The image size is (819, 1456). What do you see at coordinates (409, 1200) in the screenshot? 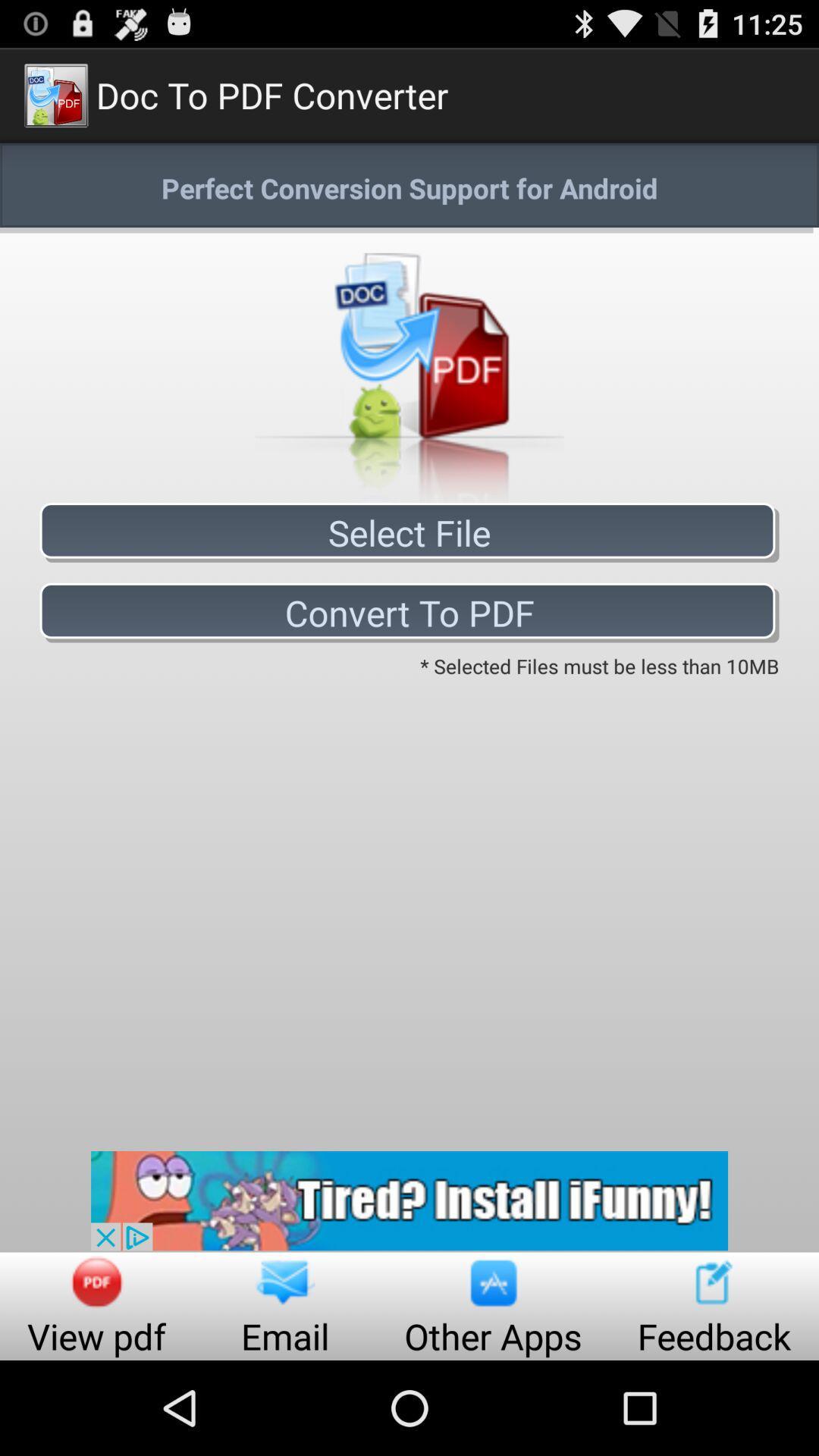
I see `advertisement page` at bounding box center [409, 1200].